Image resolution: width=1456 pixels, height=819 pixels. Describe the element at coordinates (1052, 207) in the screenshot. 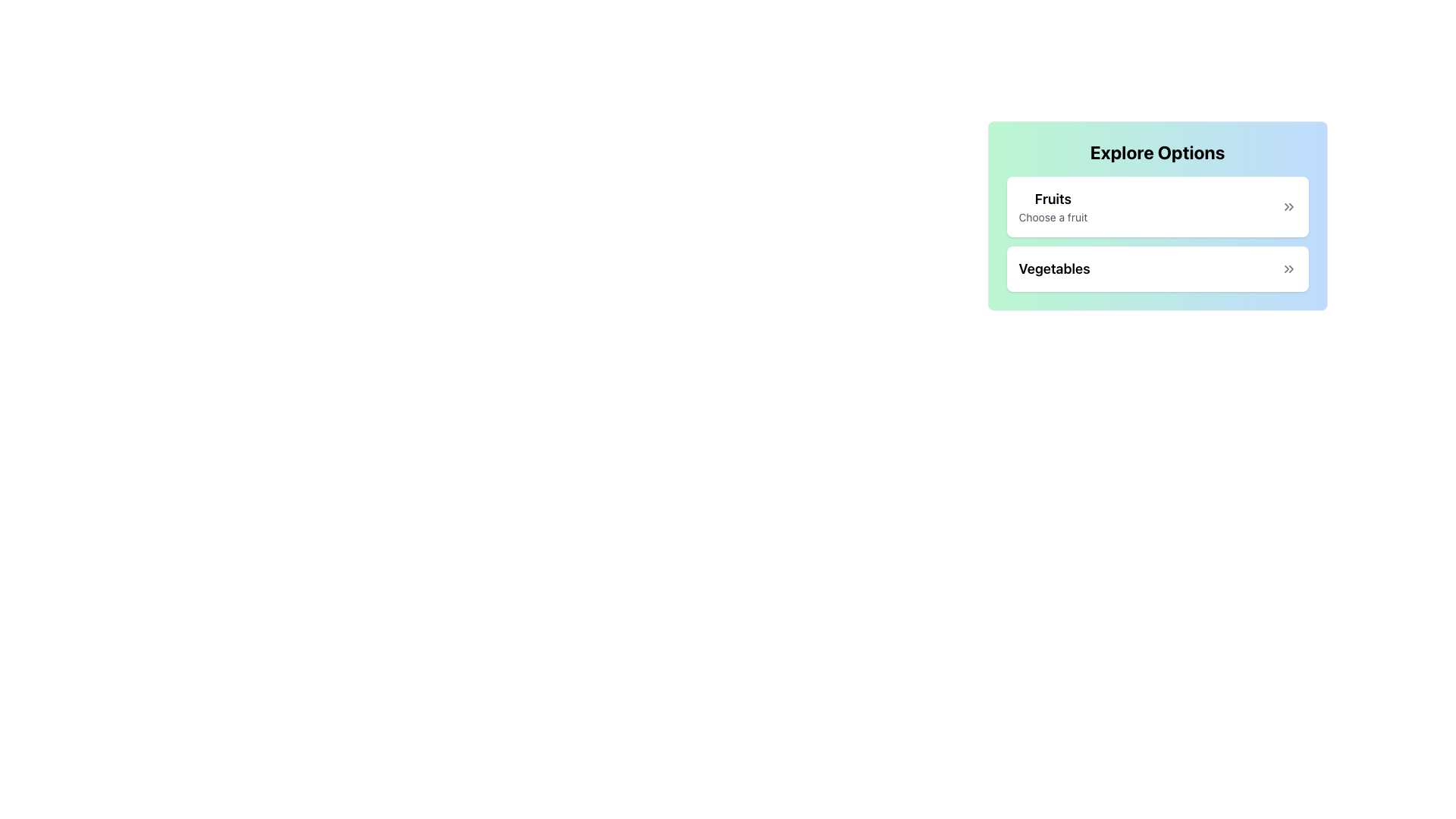

I see `text content of the labeled option for fruits, located within the 'Explore Options' panel above the 'Vegetables' card, which includes an arrow icon on the right` at that location.